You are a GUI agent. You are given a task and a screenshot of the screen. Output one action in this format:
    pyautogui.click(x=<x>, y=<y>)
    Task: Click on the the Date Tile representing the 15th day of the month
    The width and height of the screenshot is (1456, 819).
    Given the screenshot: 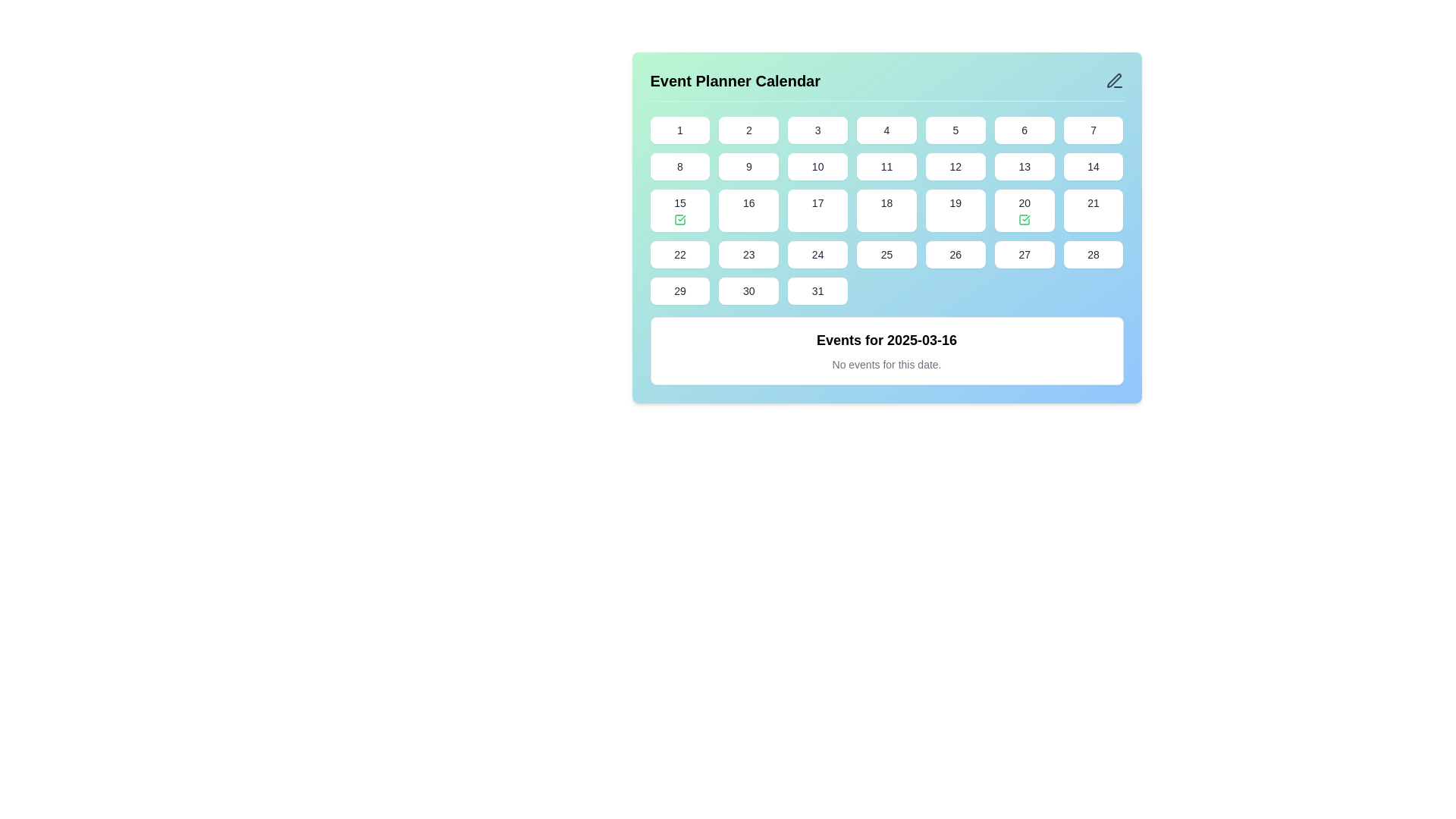 What is the action you would take?
    pyautogui.click(x=679, y=210)
    